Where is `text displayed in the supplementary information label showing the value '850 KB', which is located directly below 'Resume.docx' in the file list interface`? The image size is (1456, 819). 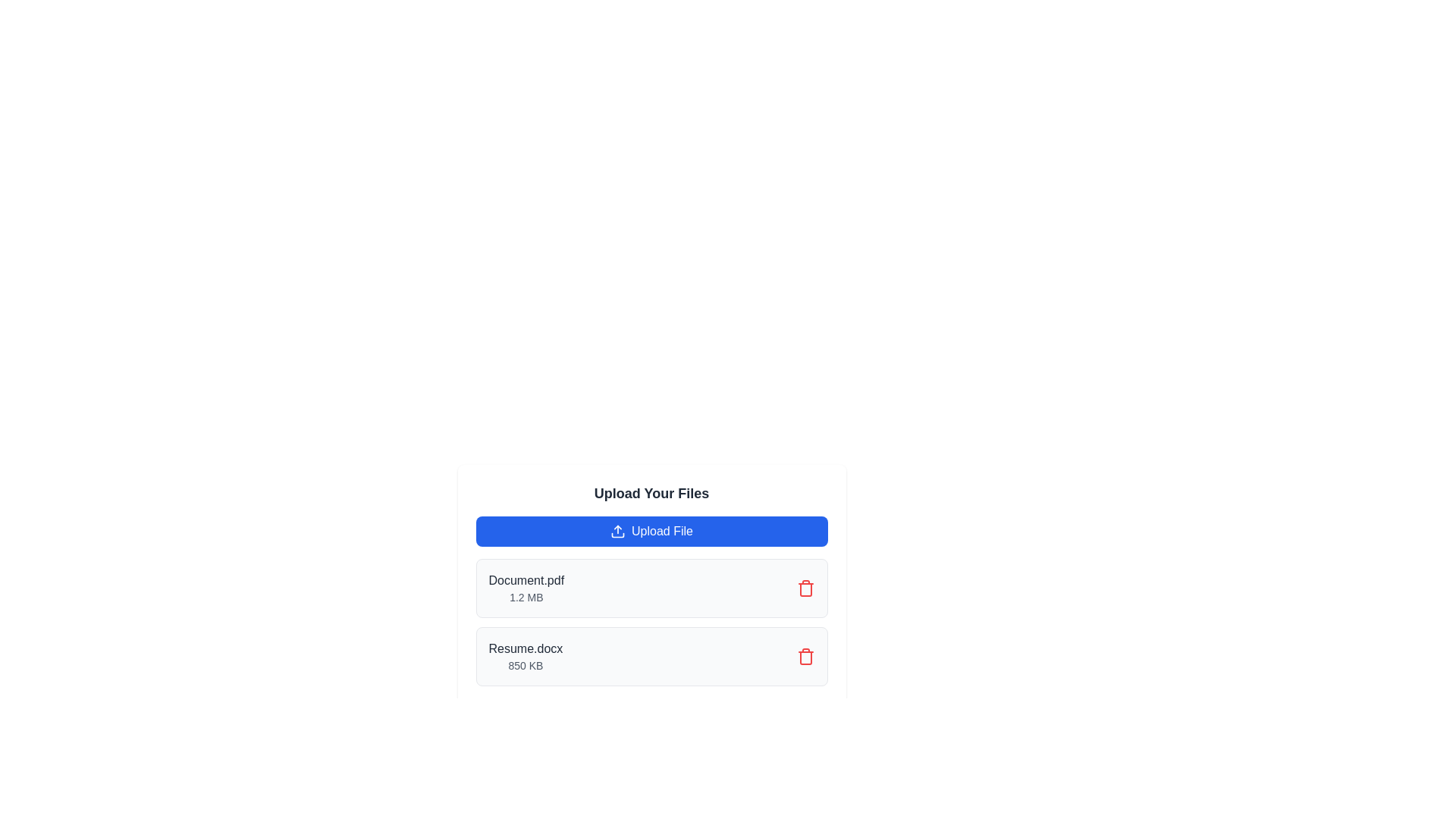 text displayed in the supplementary information label showing the value '850 KB', which is located directly below 'Resume.docx' in the file list interface is located at coordinates (526, 665).